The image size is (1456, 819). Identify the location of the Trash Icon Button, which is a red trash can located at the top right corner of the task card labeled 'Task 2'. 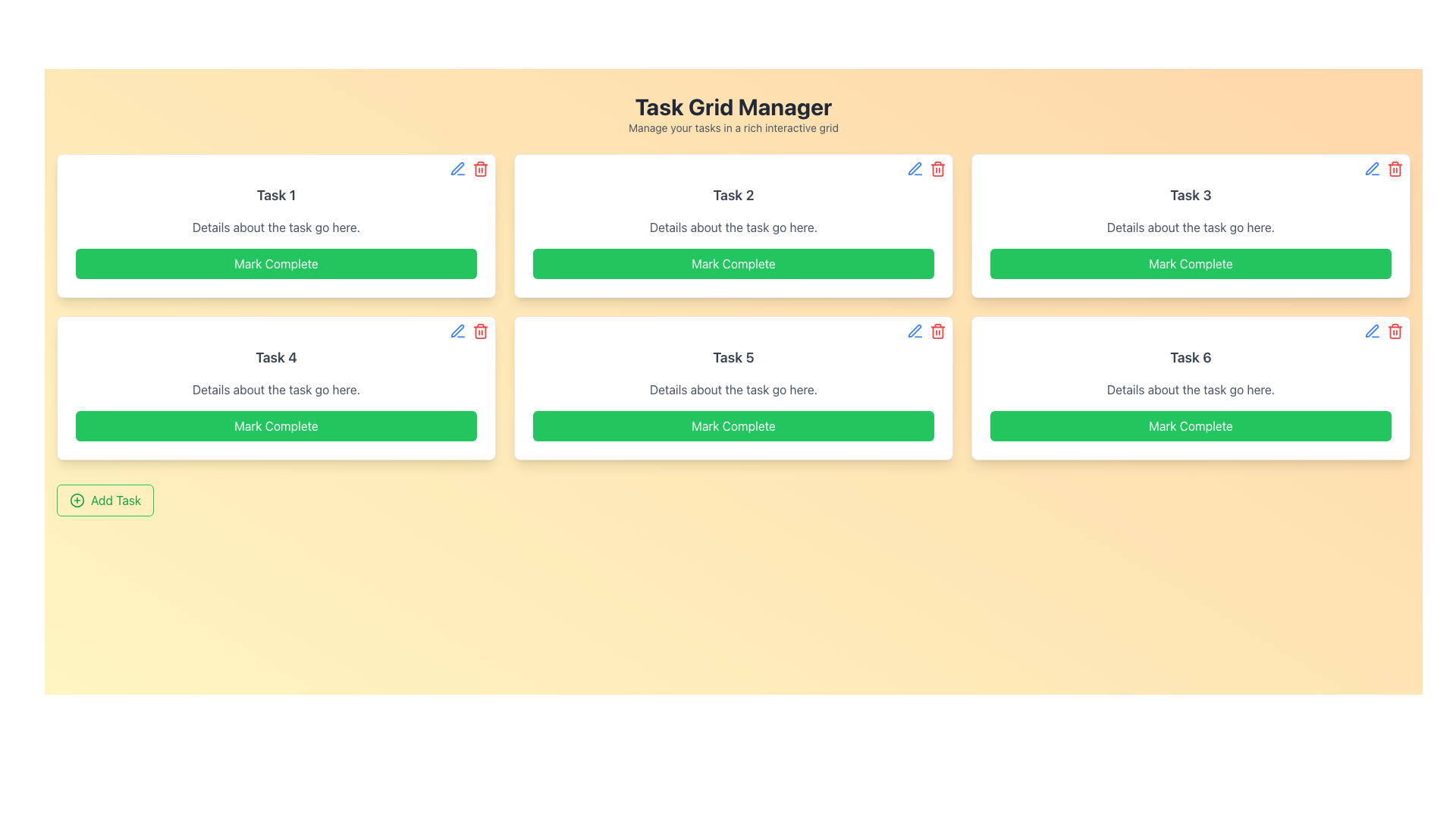
(937, 169).